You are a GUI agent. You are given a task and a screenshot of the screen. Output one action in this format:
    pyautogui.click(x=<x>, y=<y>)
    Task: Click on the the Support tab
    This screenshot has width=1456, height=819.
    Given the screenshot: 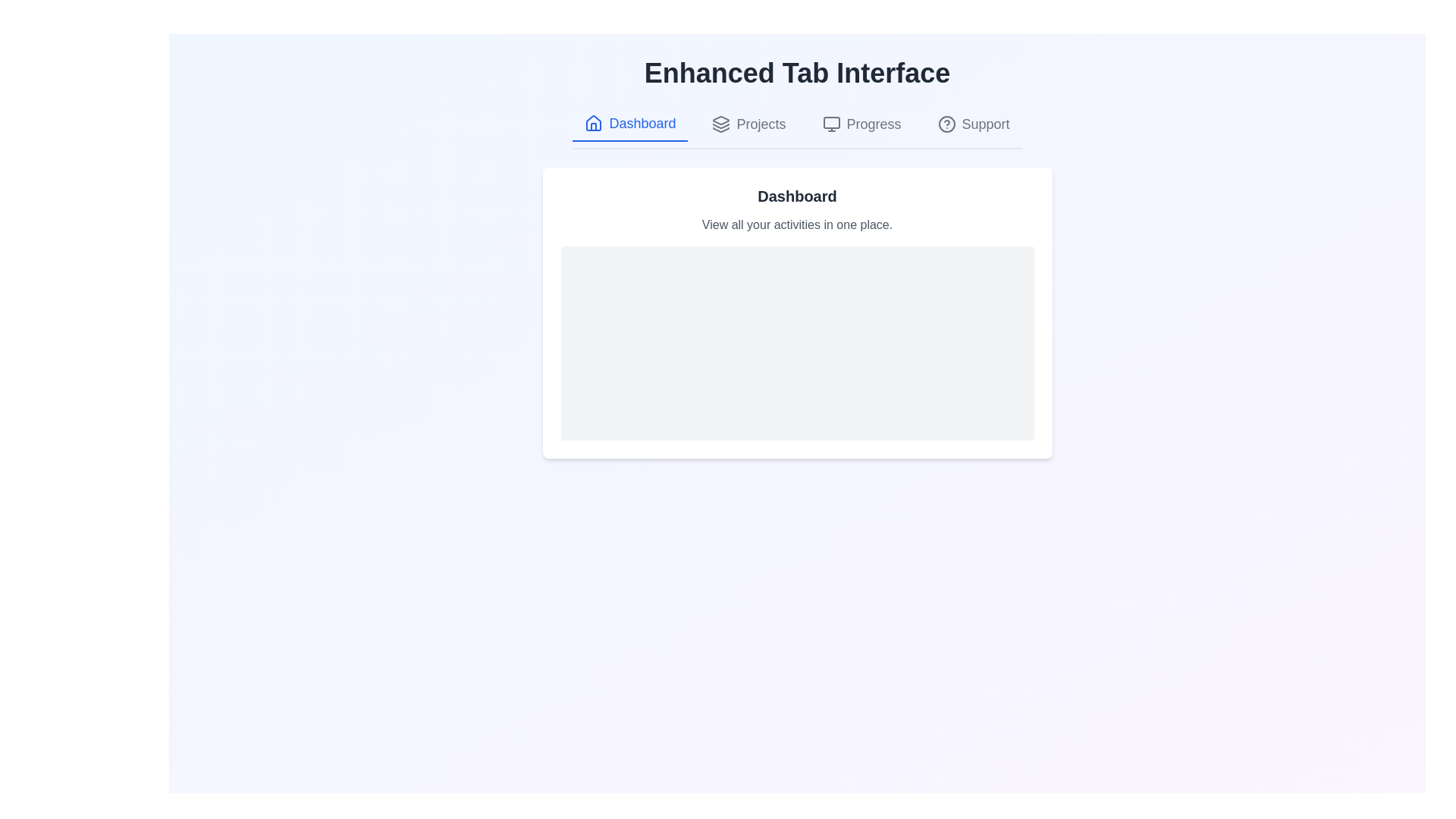 What is the action you would take?
    pyautogui.click(x=973, y=124)
    